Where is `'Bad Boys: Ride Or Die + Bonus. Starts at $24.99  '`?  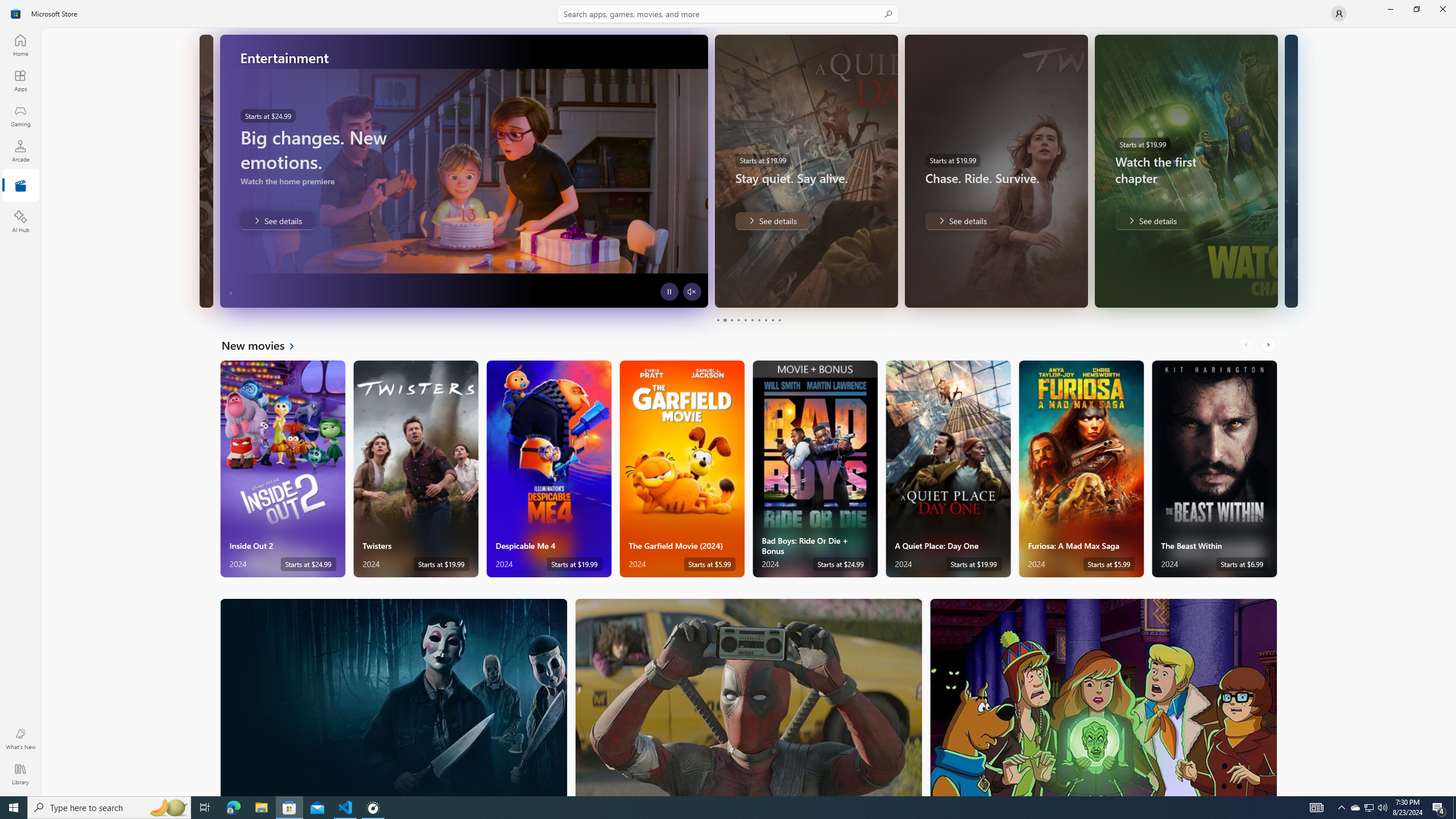 'Bad Boys: Ride Or Die + Bonus. Starts at $24.99  ' is located at coordinates (814, 469).